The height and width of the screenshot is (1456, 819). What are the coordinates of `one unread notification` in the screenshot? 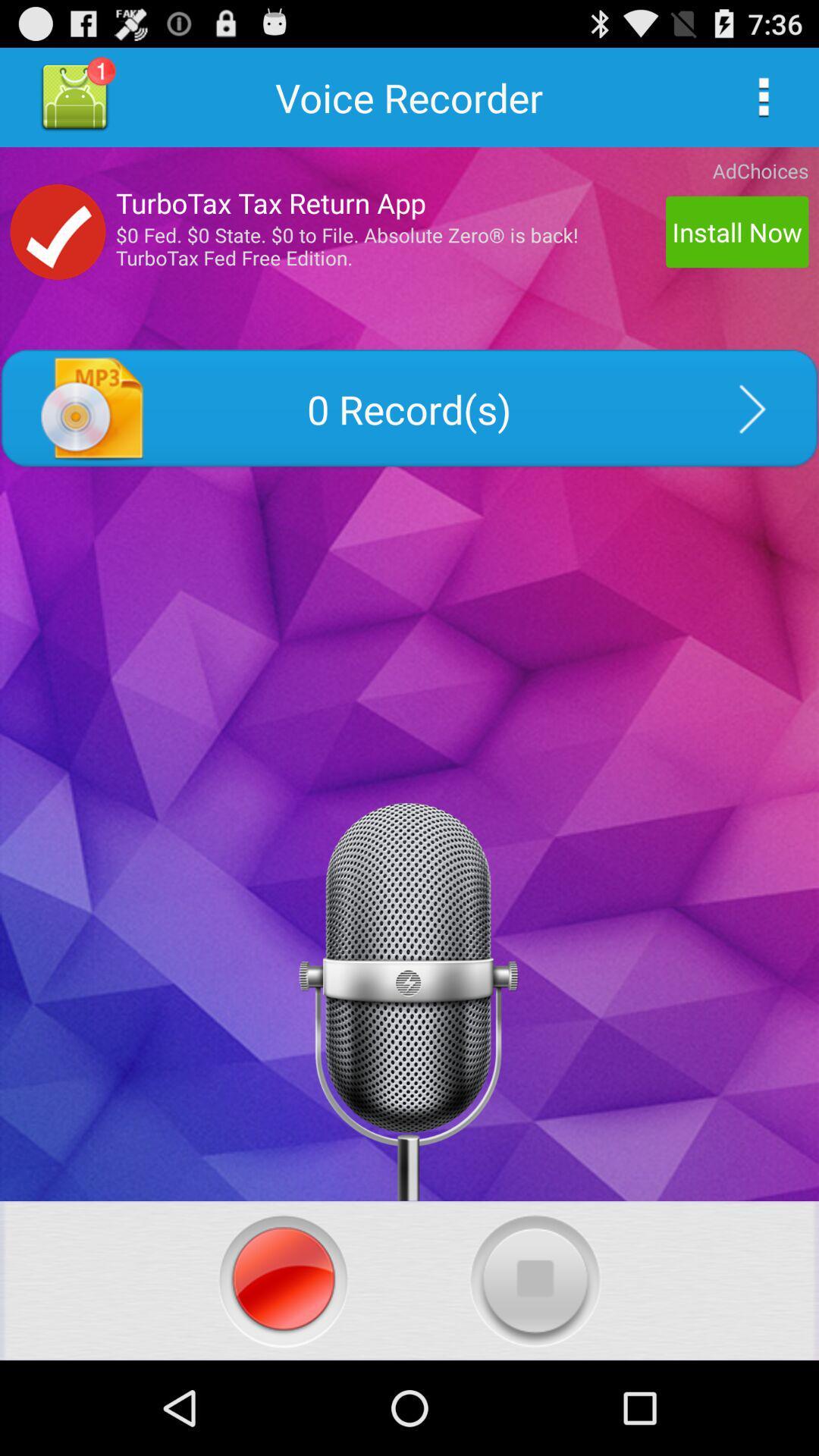 It's located at (75, 96).